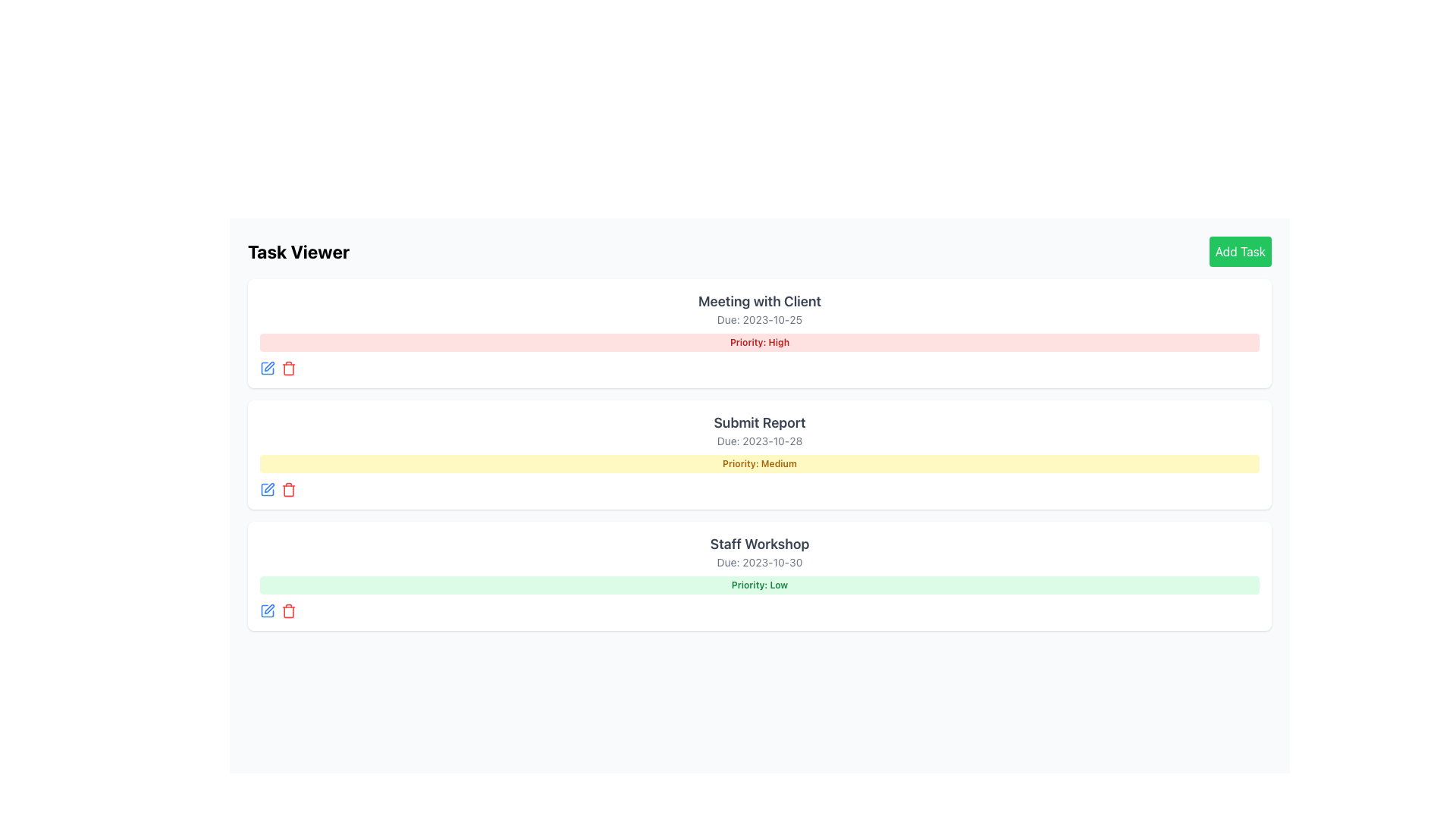 This screenshot has height=819, width=1456. Describe the element at coordinates (760, 318) in the screenshot. I see `displayed due date from the static text element showing 'Due: 2023-10-25' located in the middle portion of the card titled 'Meeting with Client'` at that location.